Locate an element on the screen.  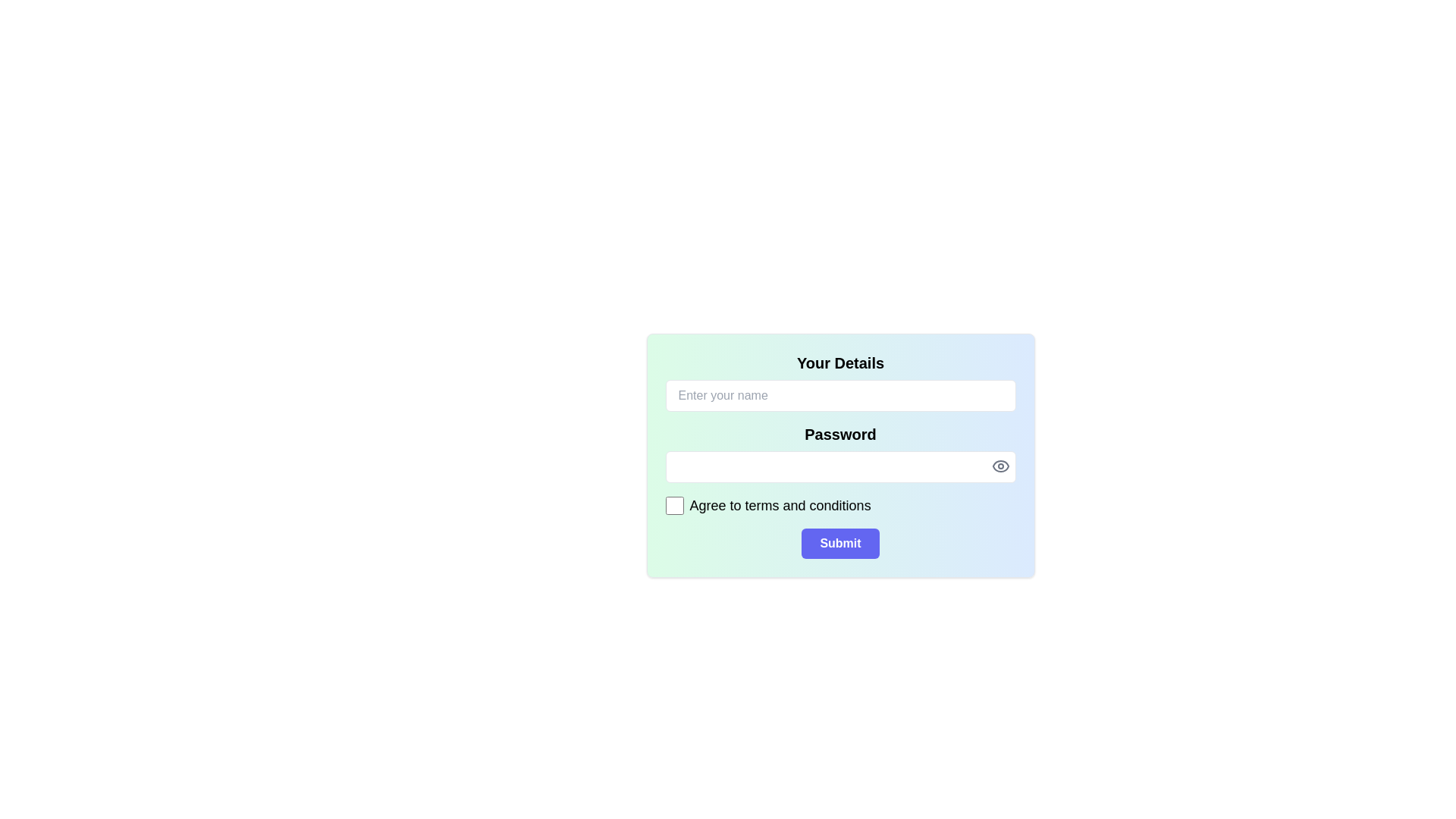
the 'Submit' button with a vibrant purple background and white bold text is located at coordinates (839, 543).